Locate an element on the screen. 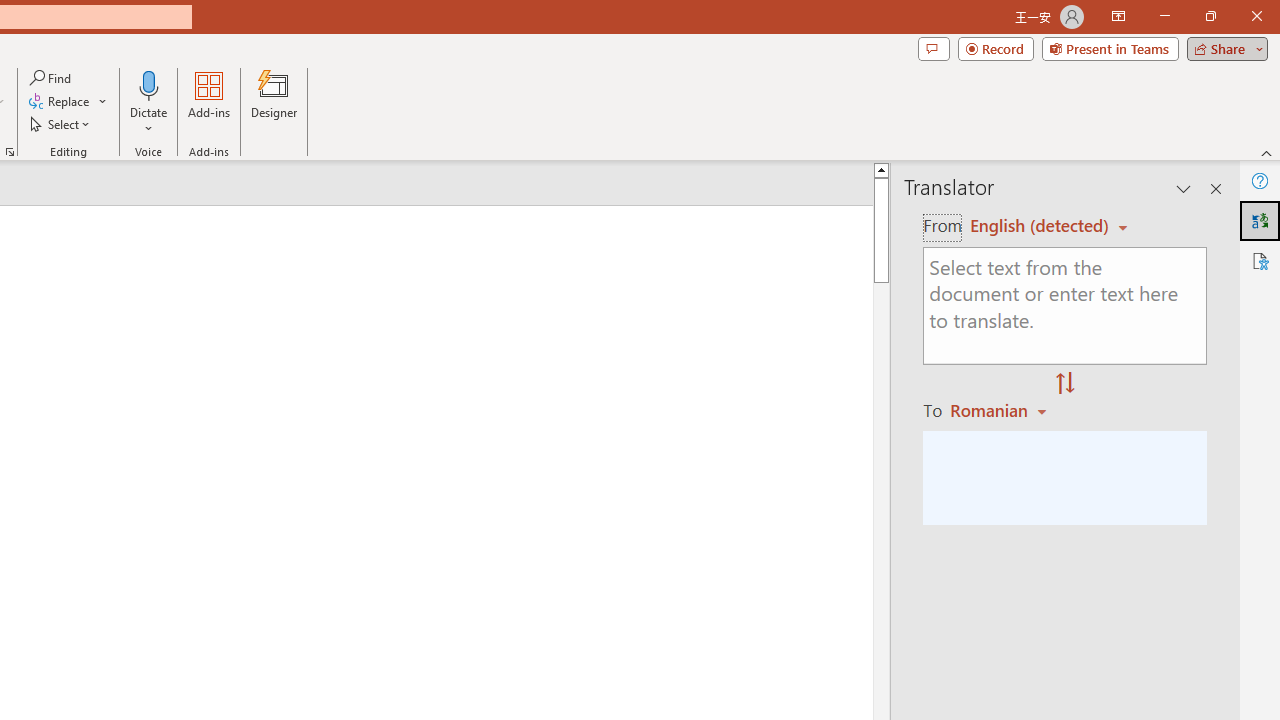 This screenshot has height=720, width=1280. 'Romanian' is located at coordinates (1001, 409).